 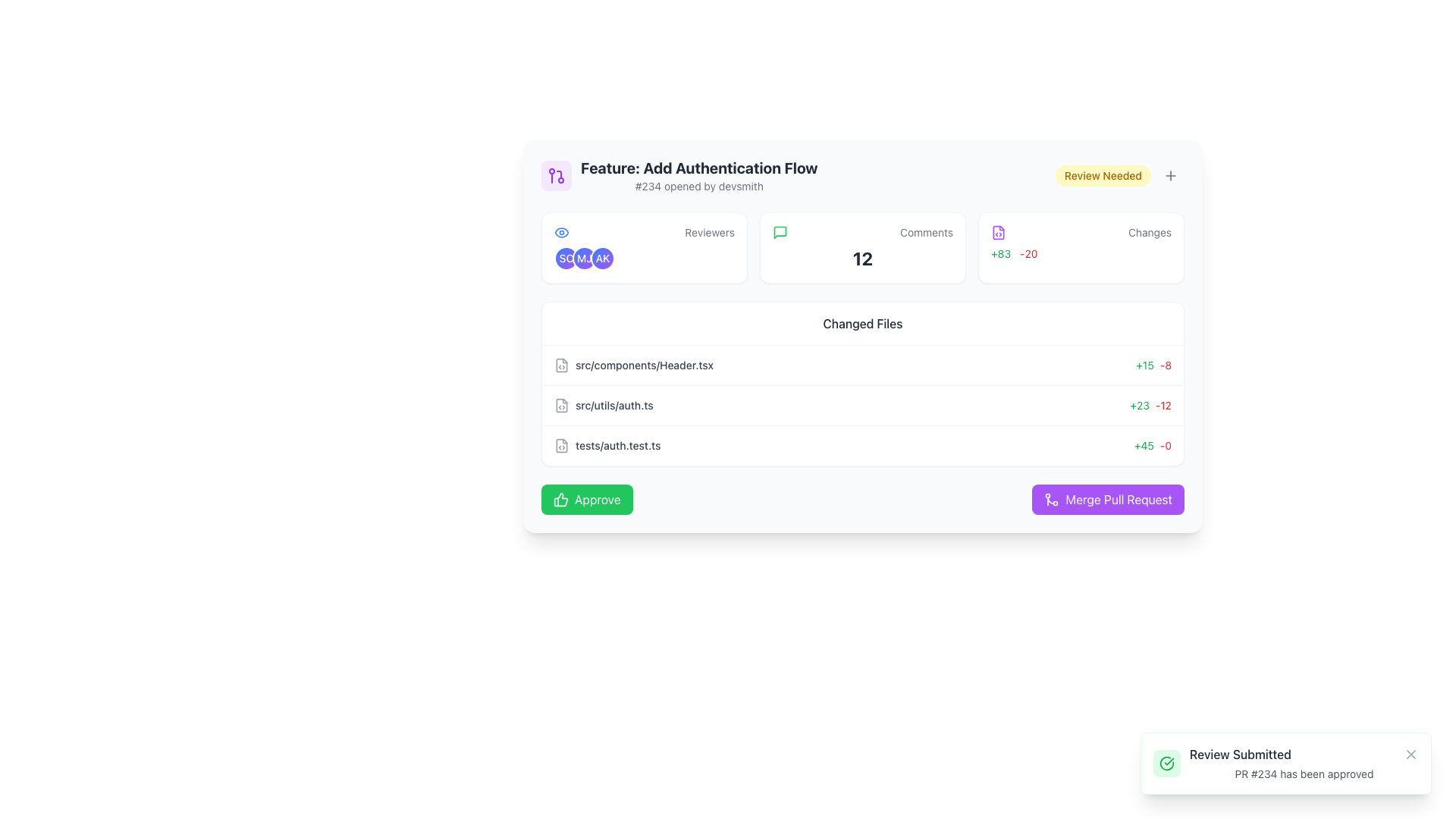 I want to click on the comments icon located in the comments section, which serves as a visual indicator for user interaction with comments, so click(x=780, y=233).